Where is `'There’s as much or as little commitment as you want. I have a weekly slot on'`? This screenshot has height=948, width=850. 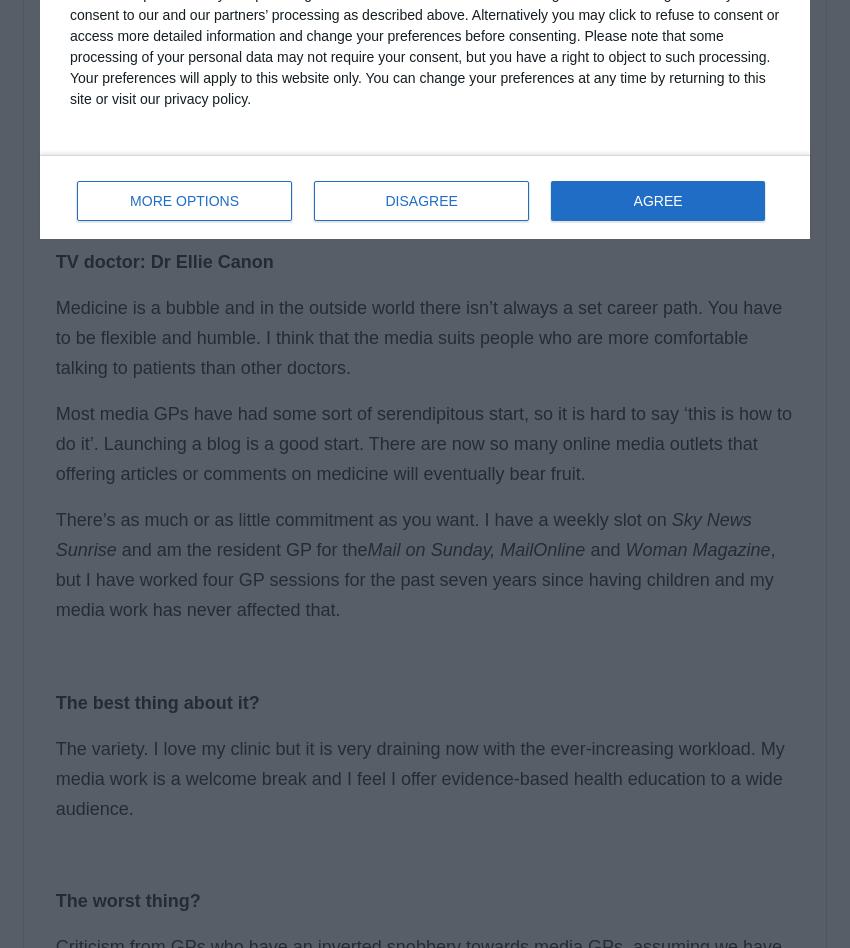 'There’s as much or as little commitment as you want. I have a weekly slot on' is located at coordinates (362, 519).